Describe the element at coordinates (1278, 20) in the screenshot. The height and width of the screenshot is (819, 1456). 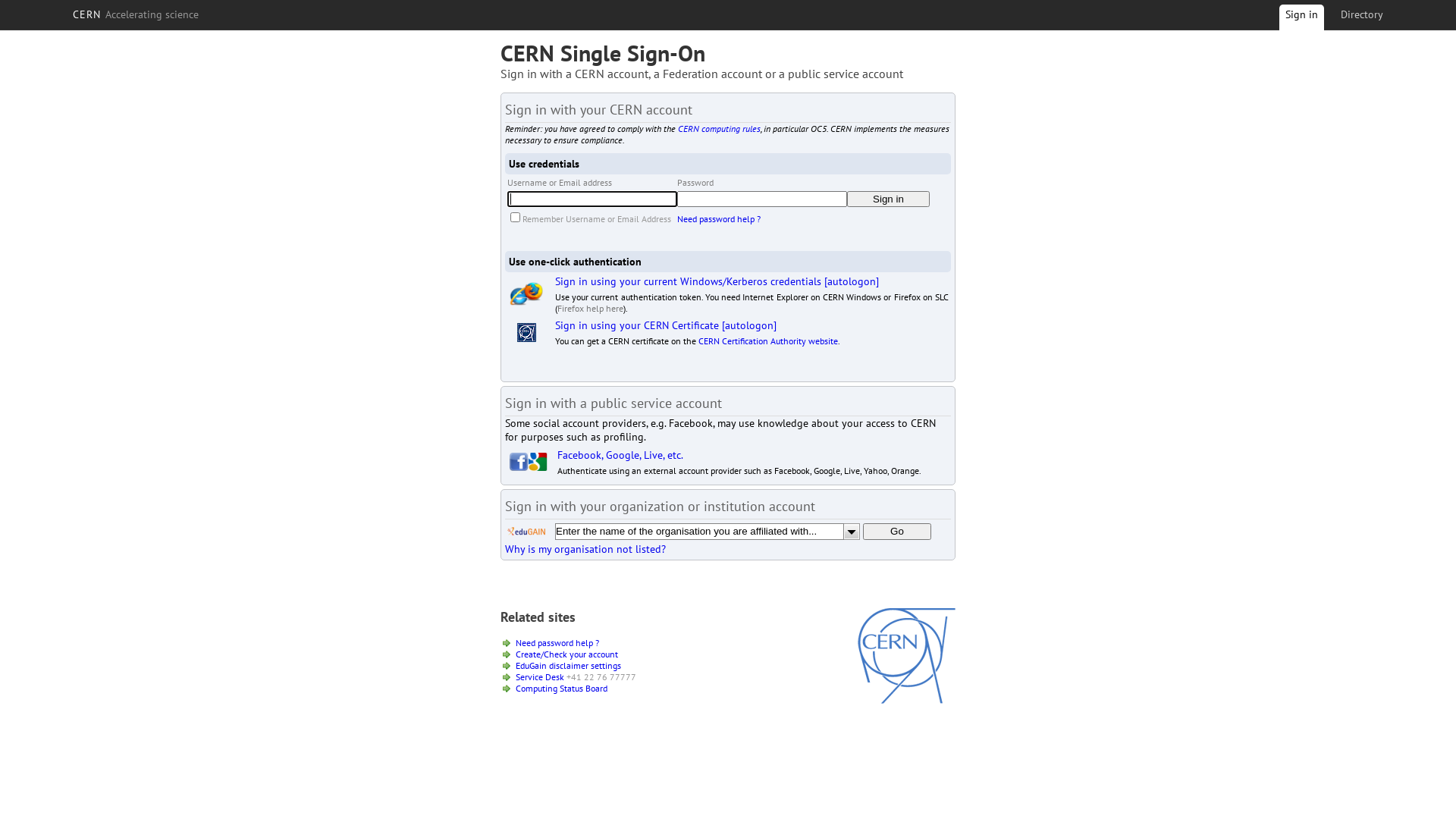
I see `'Sign in'` at that location.